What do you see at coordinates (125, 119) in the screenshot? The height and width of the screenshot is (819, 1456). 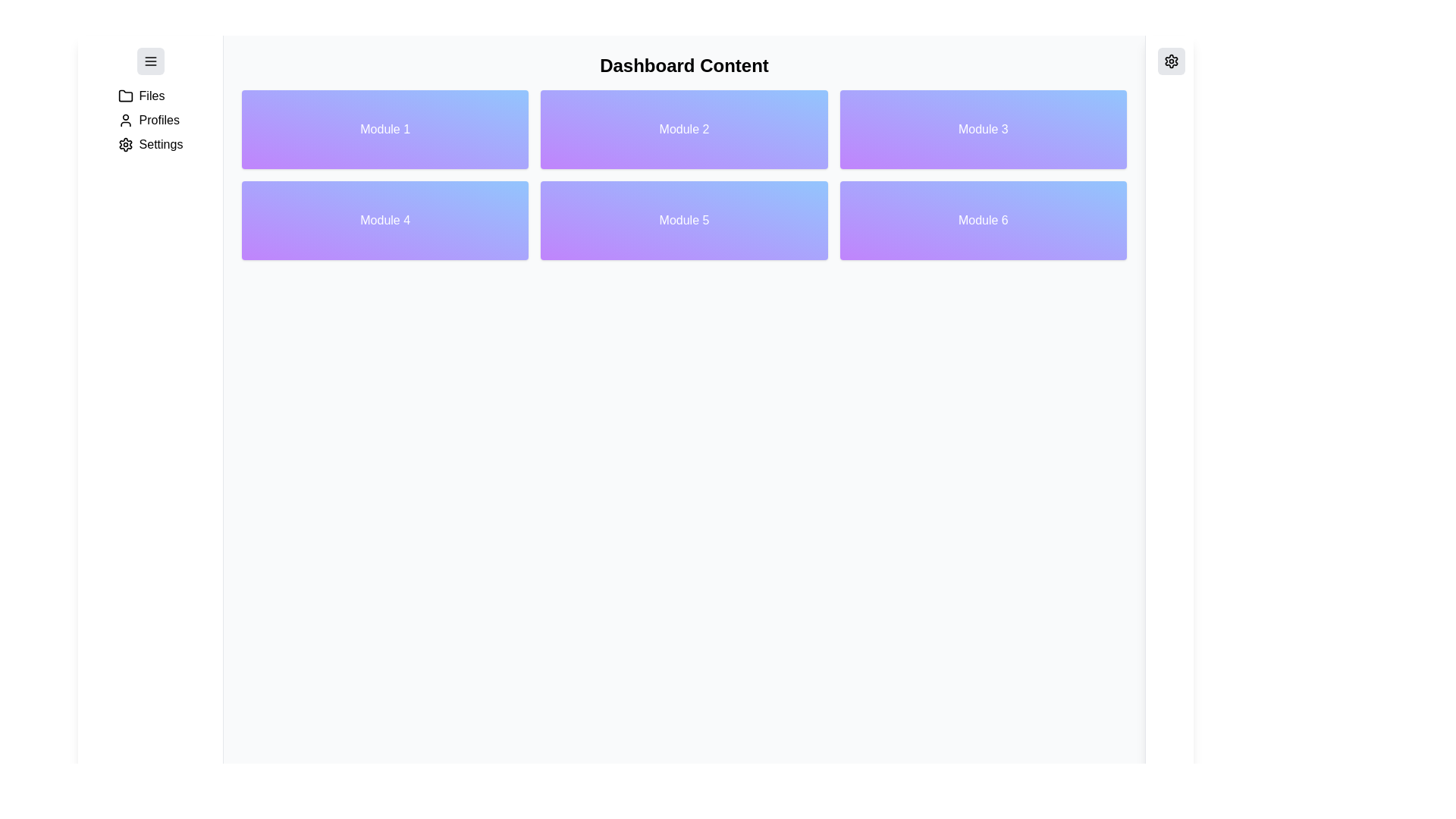 I see `the 'Profiles' icon located in the sidebar navigation panel, which is positioned second from the top and adjacent to the text 'Profiles'` at bounding box center [125, 119].